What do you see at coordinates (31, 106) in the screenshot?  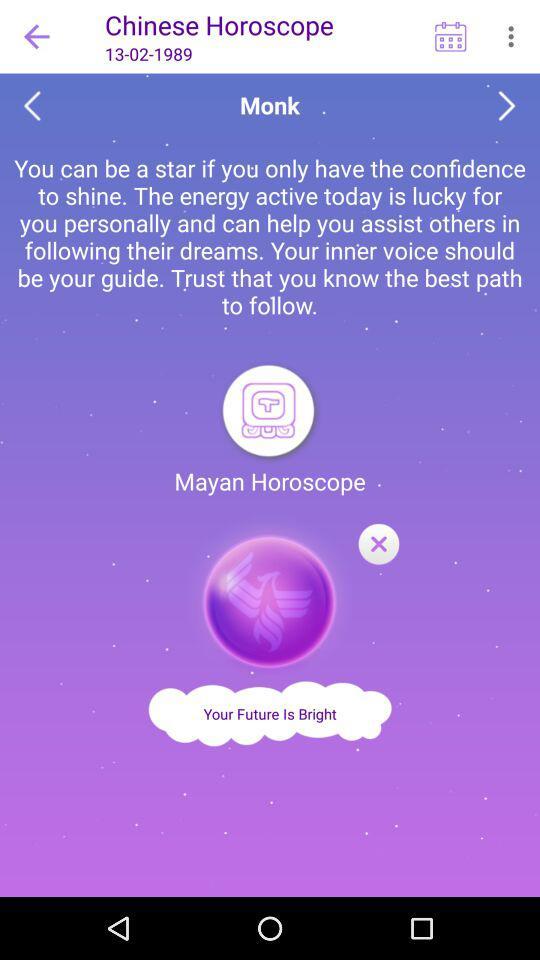 I see `previus zodiac sign` at bounding box center [31, 106].